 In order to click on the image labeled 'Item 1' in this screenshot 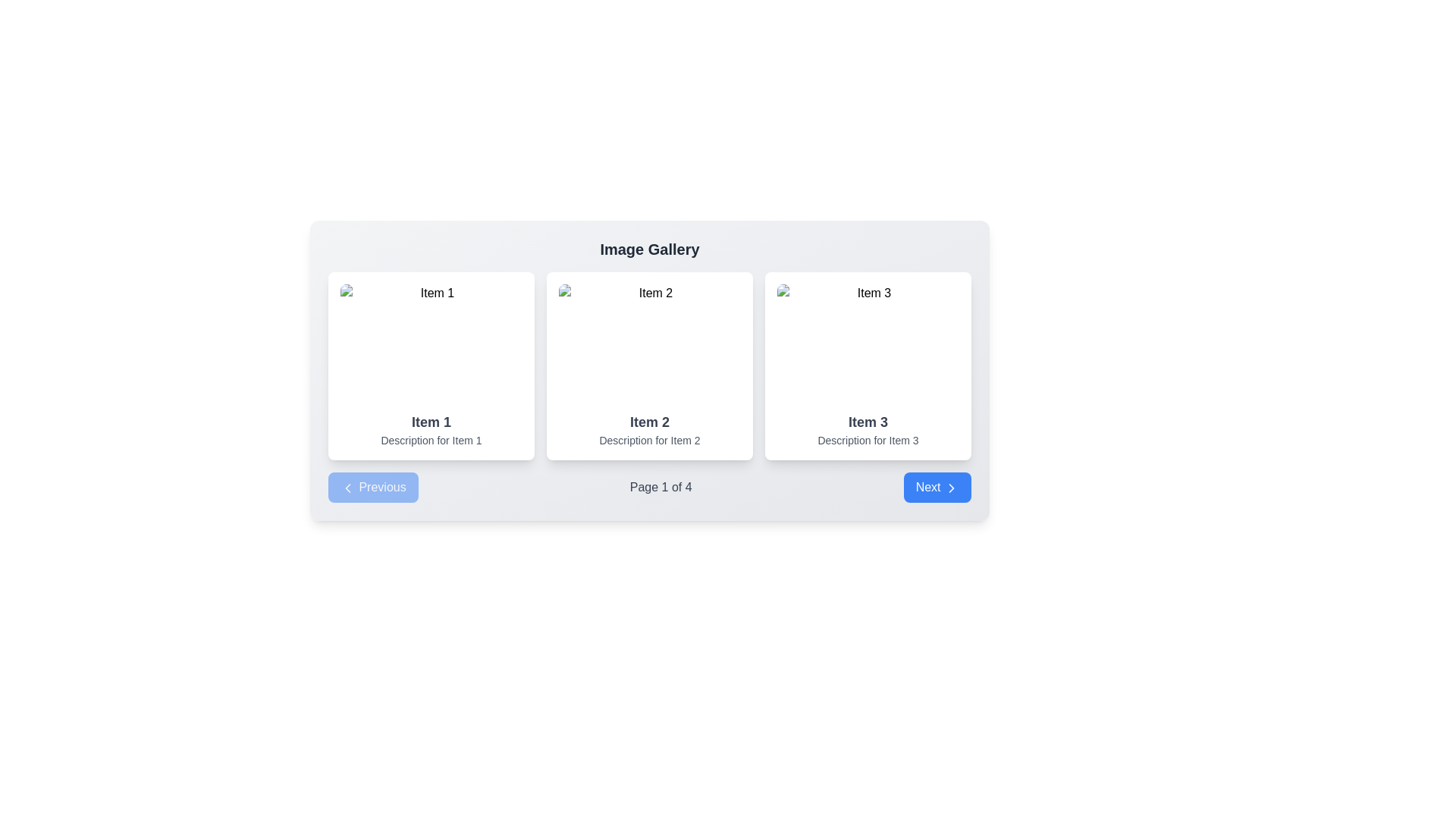, I will do `click(431, 345)`.